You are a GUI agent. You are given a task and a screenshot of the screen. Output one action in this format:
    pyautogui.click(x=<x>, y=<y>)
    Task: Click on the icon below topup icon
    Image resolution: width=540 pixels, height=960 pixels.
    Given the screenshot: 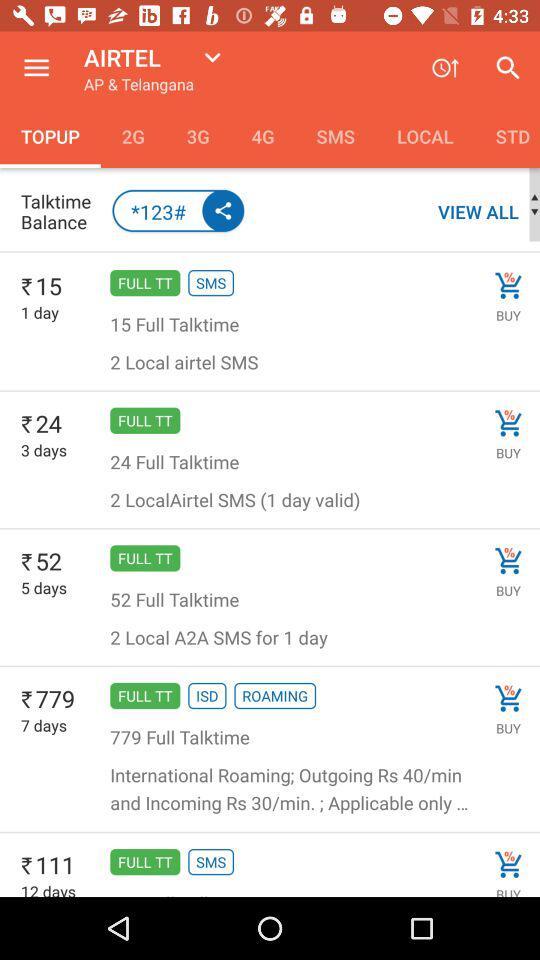 What is the action you would take?
    pyautogui.click(x=60, y=212)
    